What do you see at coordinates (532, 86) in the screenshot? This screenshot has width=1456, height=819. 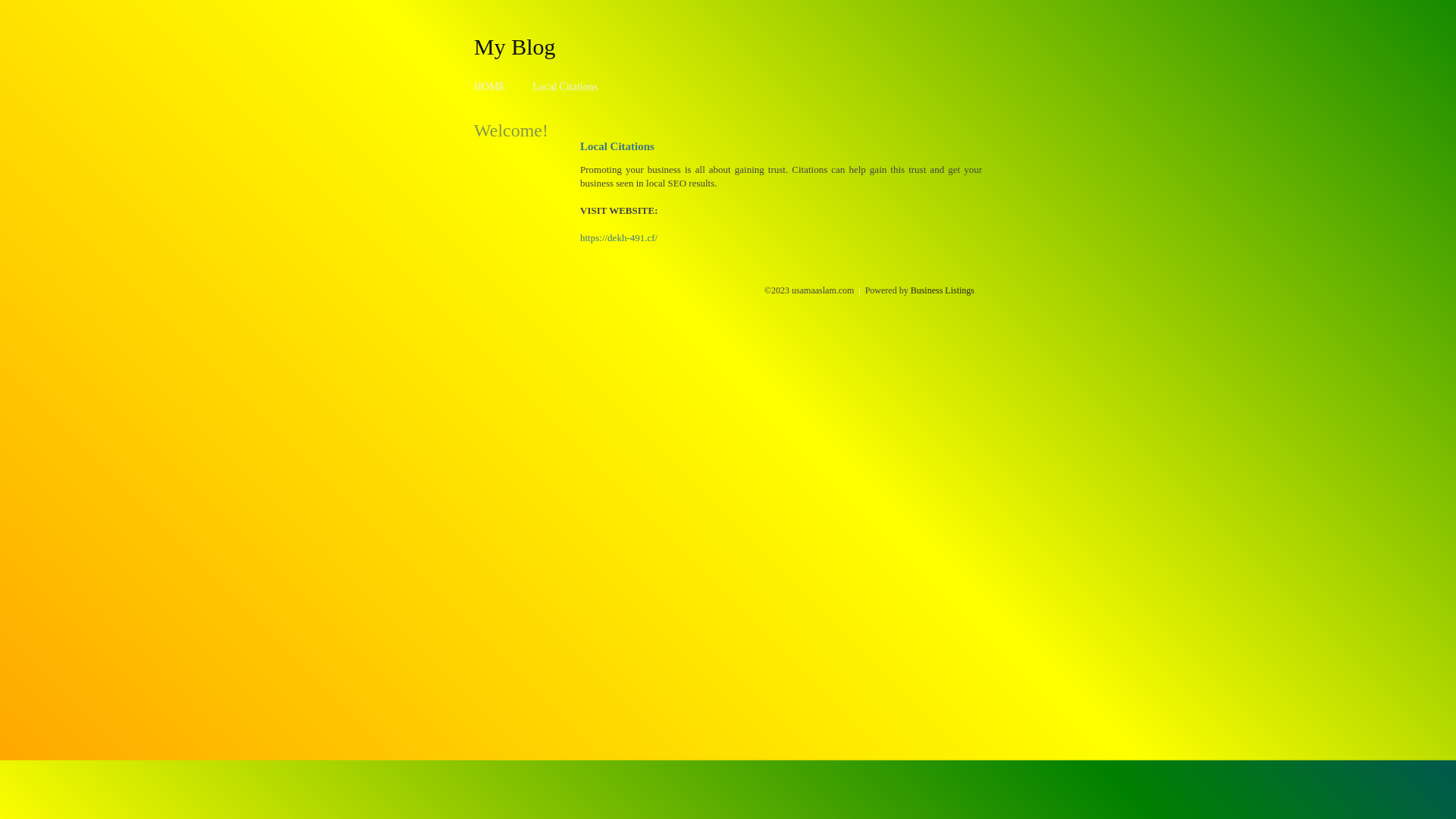 I see `'Local Citations'` at bounding box center [532, 86].